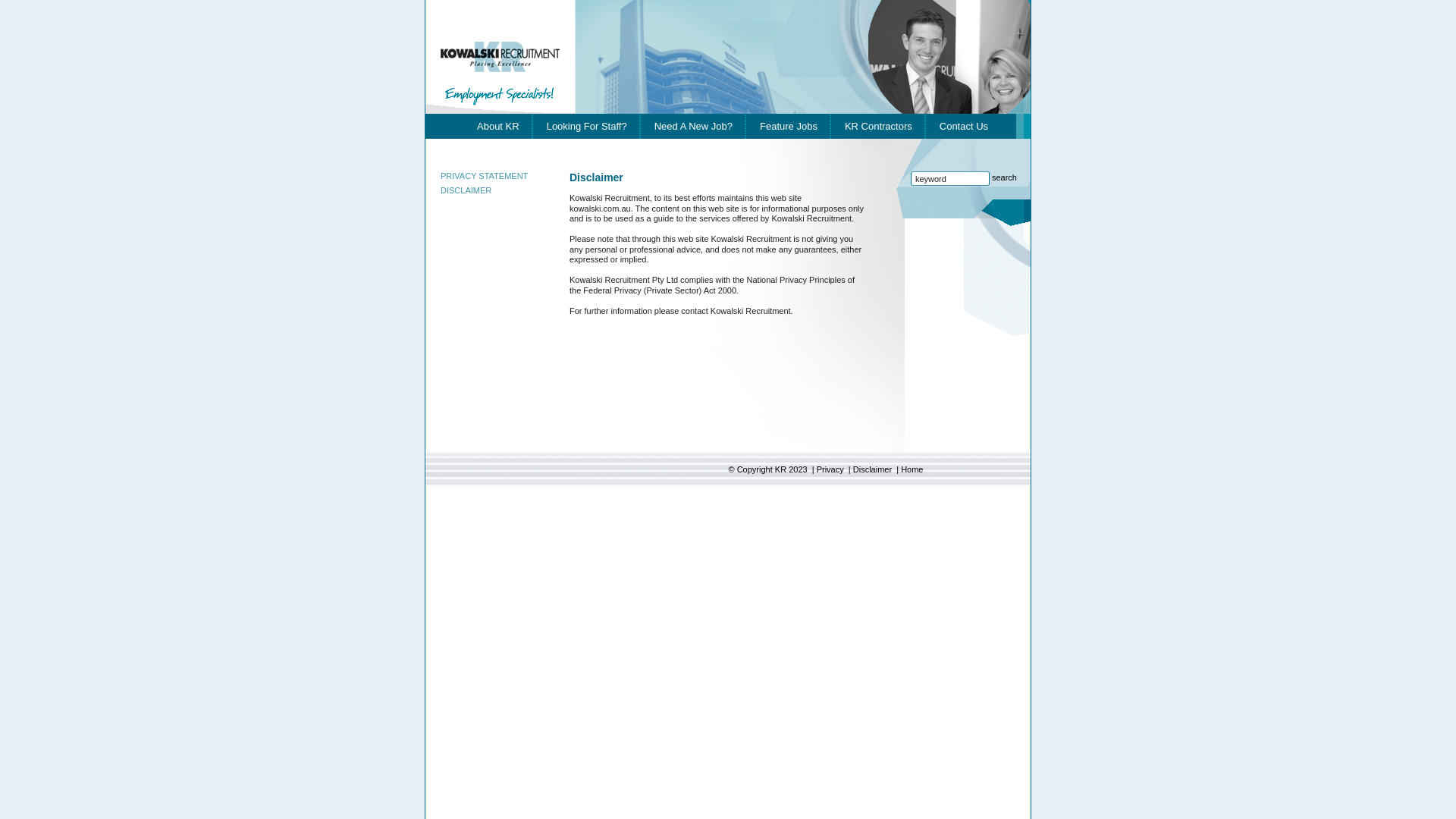  I want to click on 'About KR', so click(498, 125).